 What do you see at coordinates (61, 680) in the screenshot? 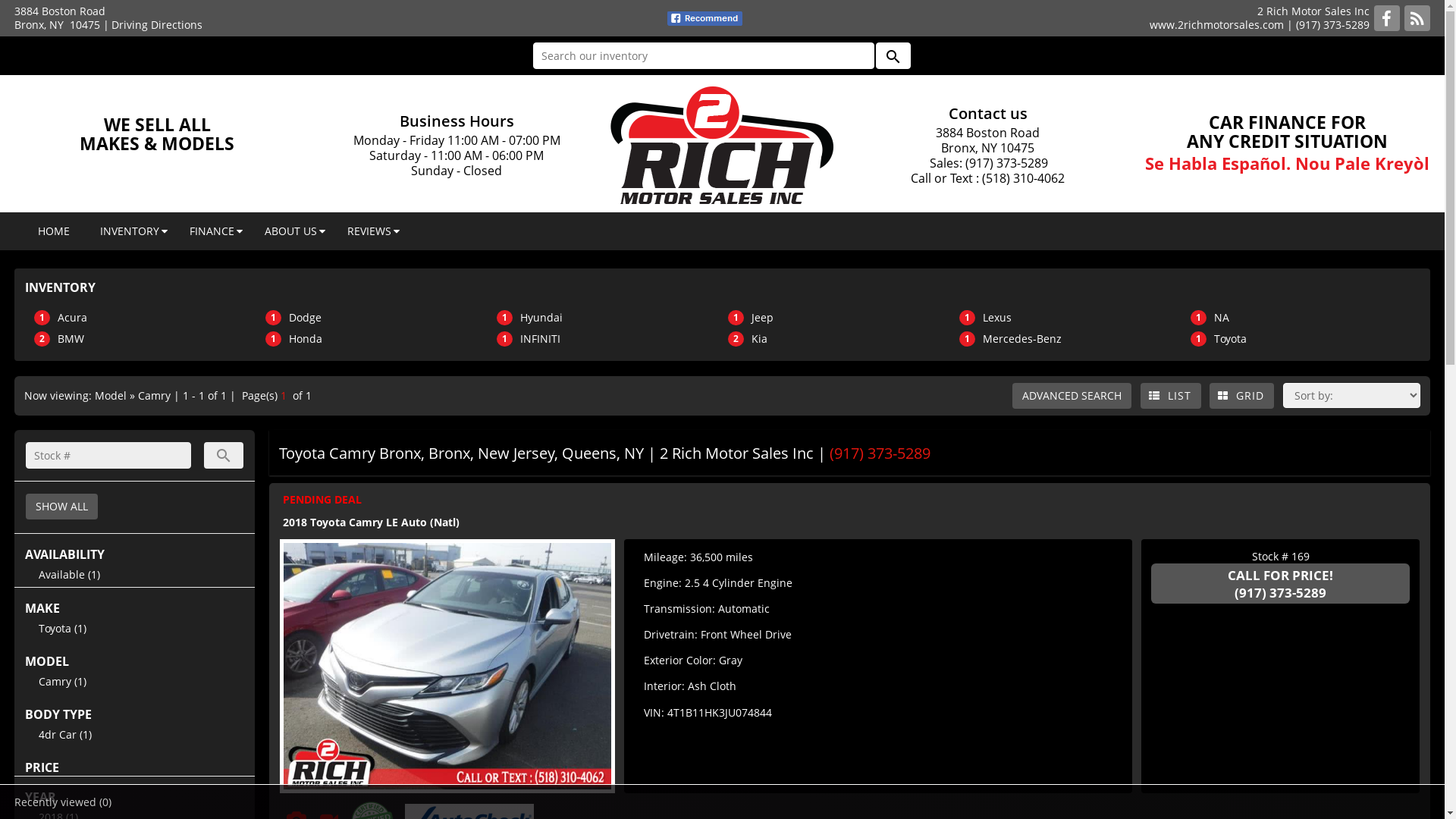
I see `'Camry (1)'` at bounding box center [61, 680].